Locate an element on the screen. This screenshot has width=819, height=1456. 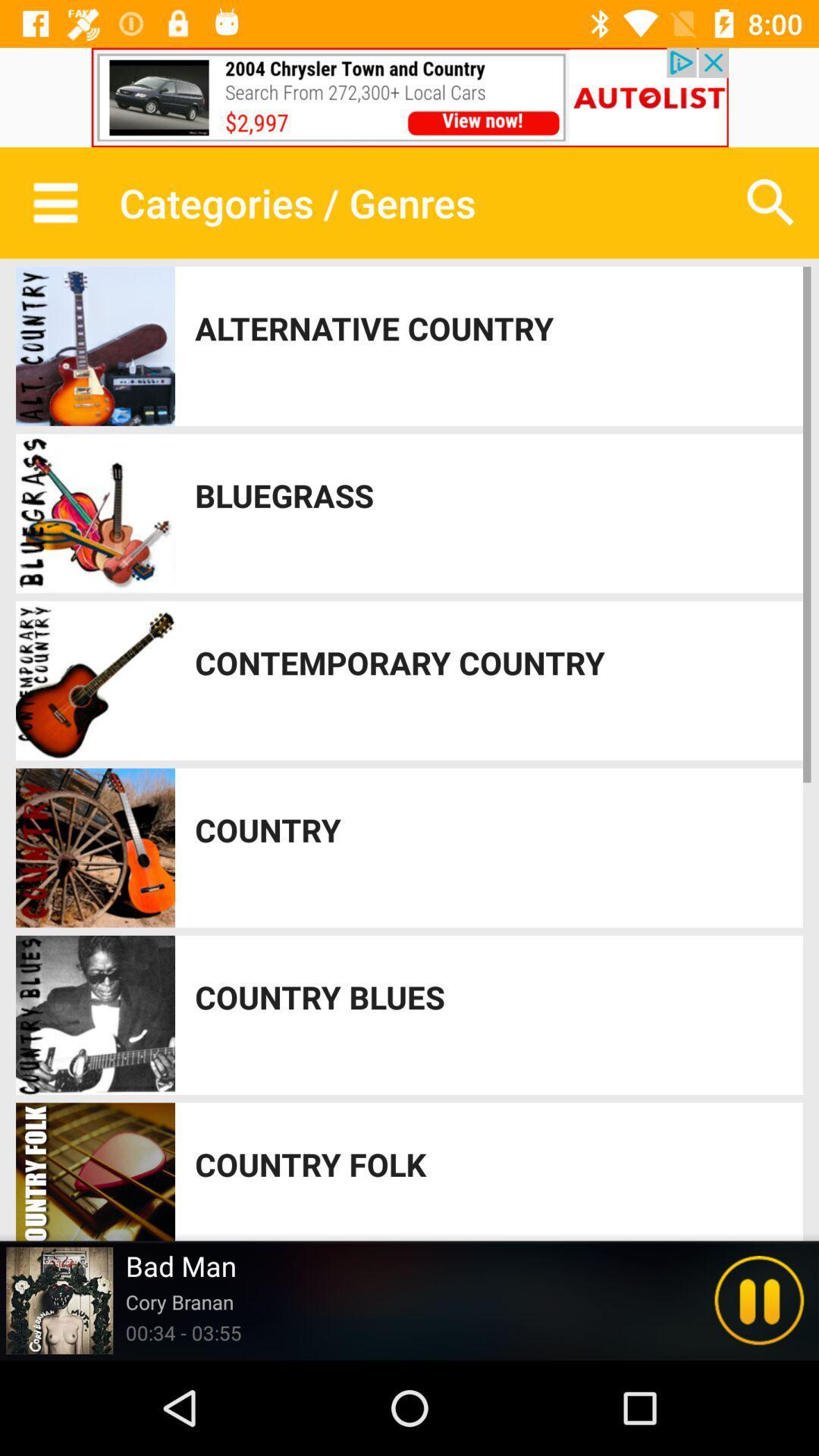
switch pause option is located at coordinates (759, 1300).